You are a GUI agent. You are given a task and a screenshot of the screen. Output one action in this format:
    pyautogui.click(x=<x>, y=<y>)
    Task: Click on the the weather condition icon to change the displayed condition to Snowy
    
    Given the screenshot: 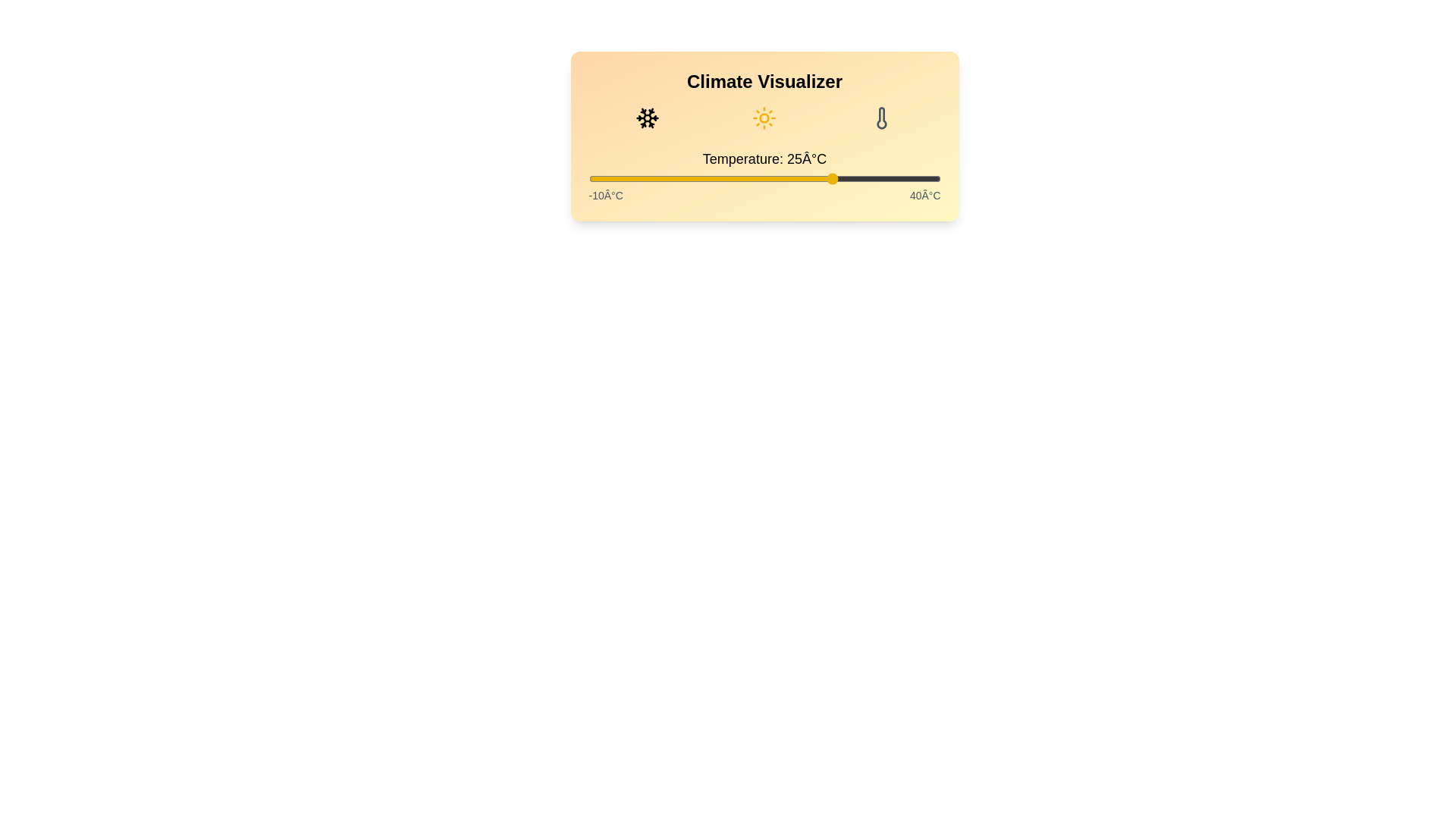 What is the action you would take?
    pyautogui.click(x=647, y=117)
    